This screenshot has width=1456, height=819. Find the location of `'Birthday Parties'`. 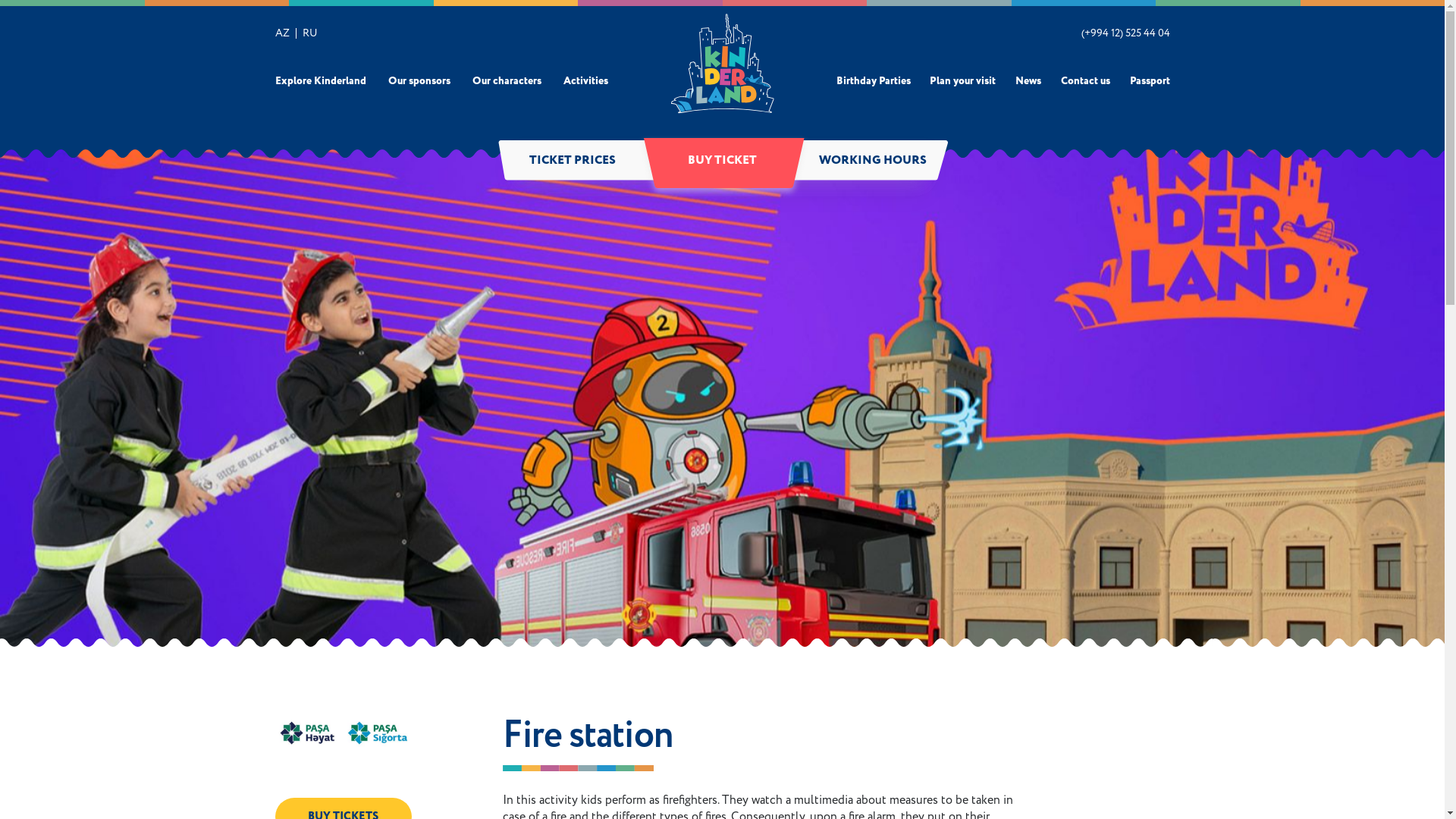

'Birthday Parties' is located at coordinates (873, 81).